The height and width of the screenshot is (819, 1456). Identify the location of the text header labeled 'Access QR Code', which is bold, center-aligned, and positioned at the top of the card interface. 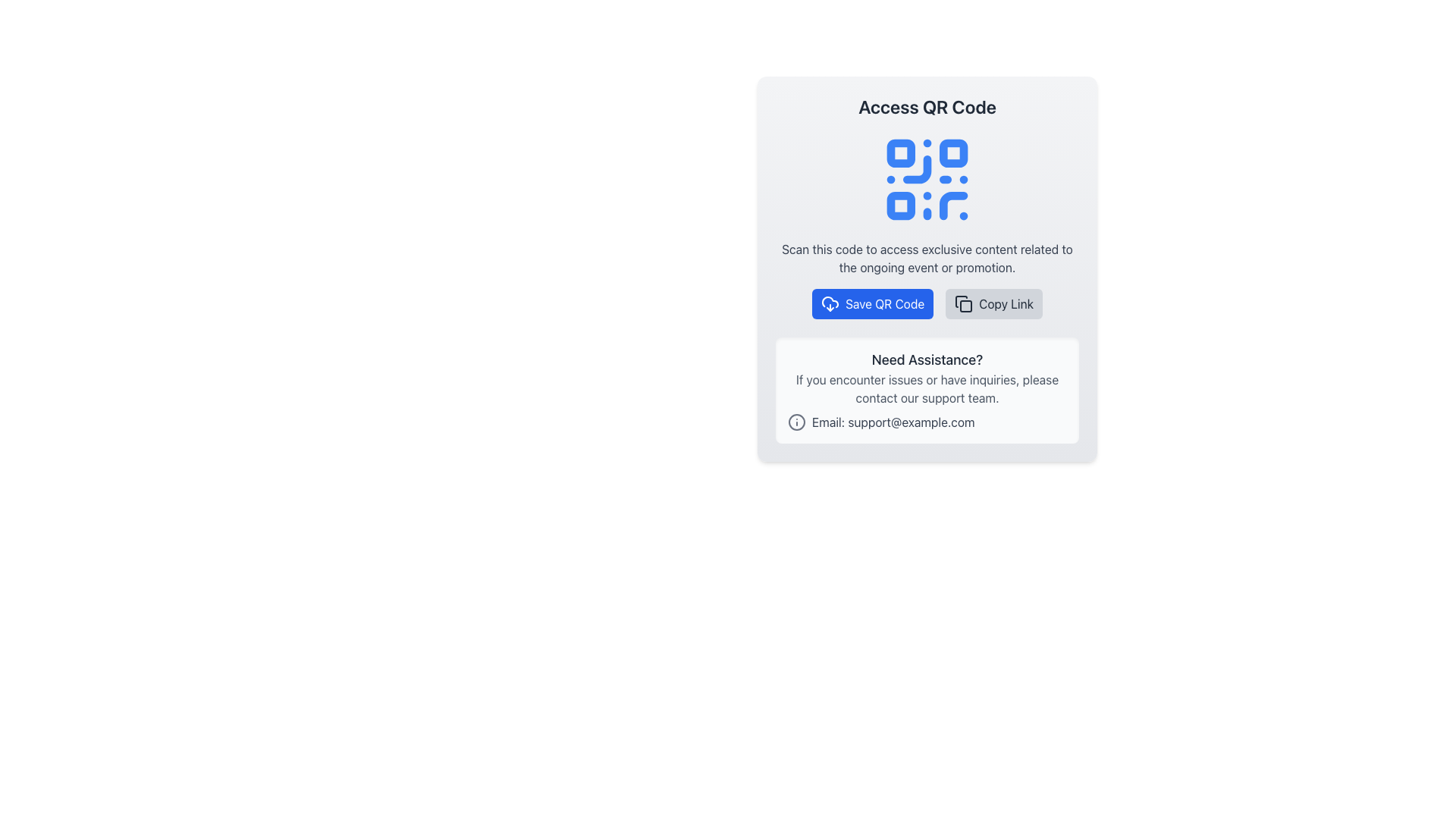
(927, 106).